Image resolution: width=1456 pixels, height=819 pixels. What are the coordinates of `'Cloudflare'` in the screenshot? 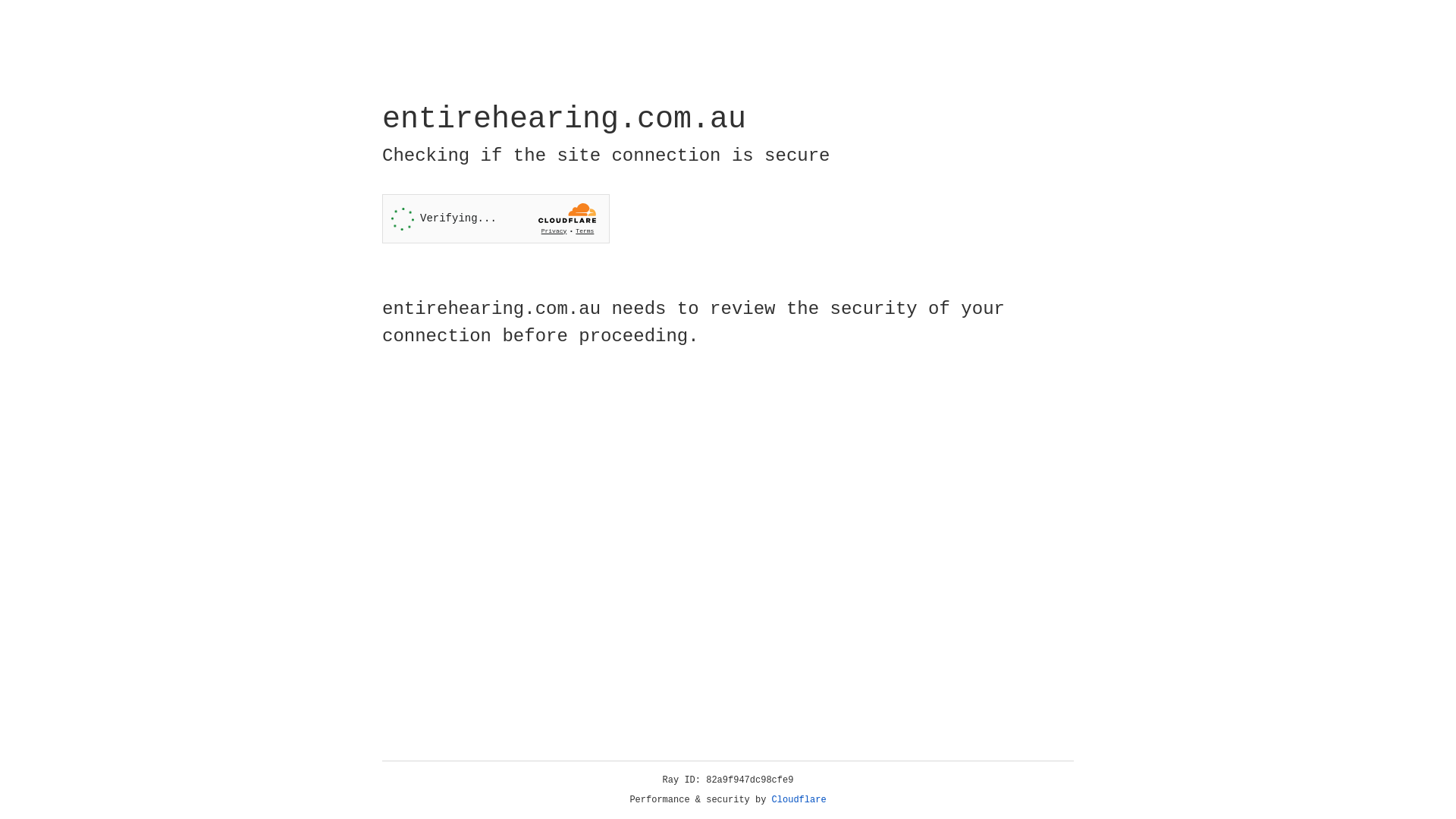 It's located at (799, 799).